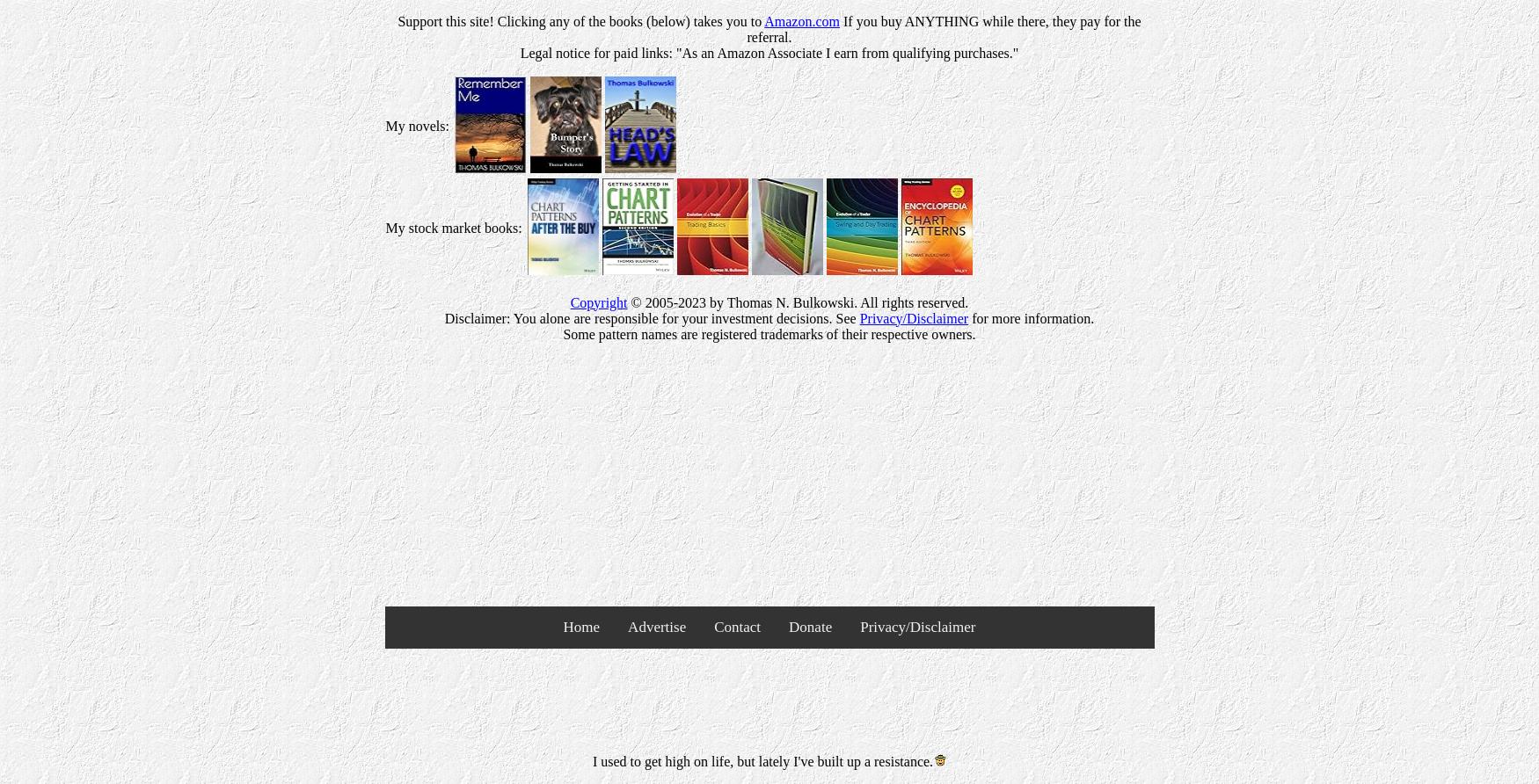  What do you see at coordinates (454, 227) in the screenshot?
I see `'My stock market books:'` at bounding box center [454, 227].